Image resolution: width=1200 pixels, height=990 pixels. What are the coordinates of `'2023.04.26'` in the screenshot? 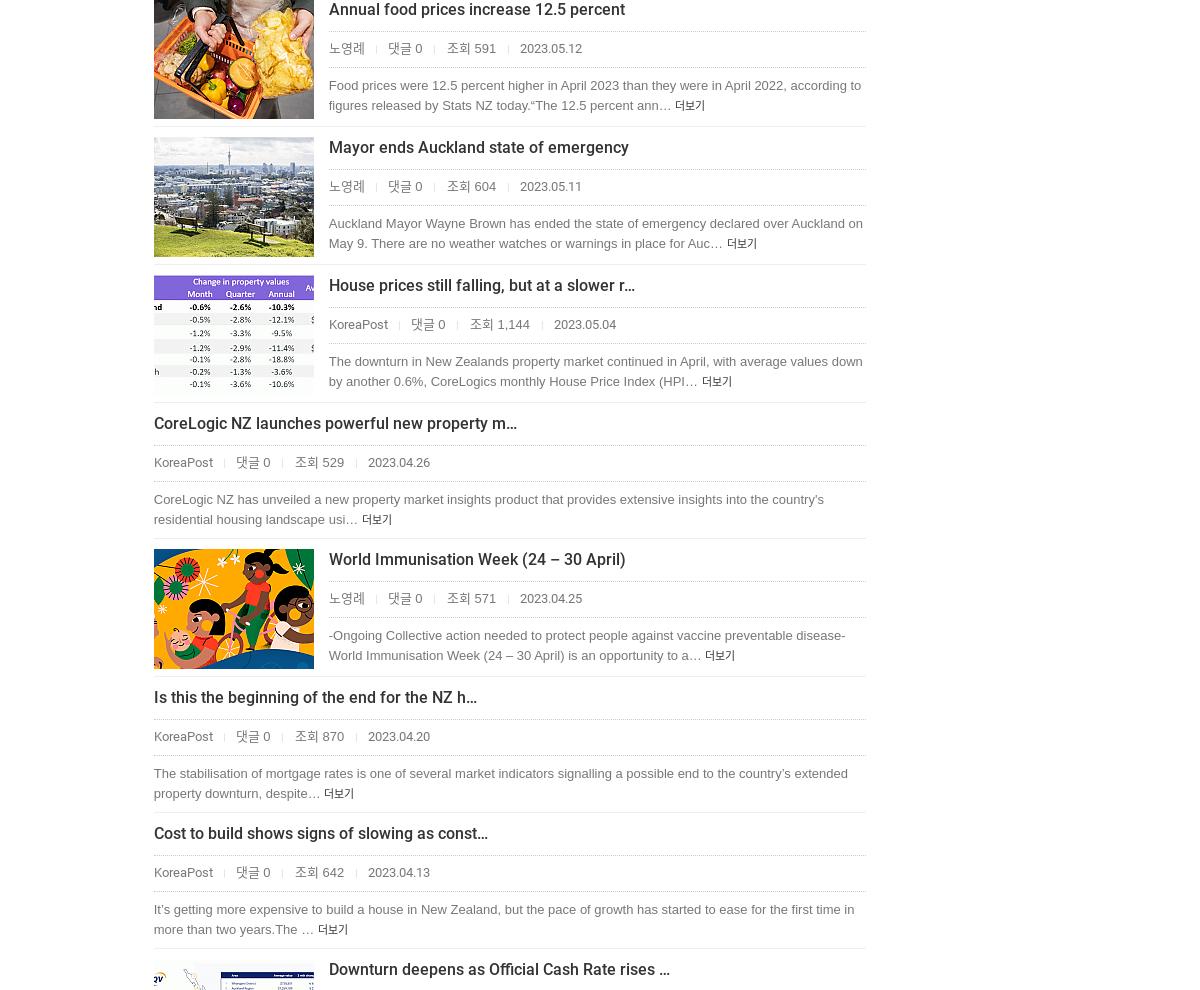 It's located at (396, 462).